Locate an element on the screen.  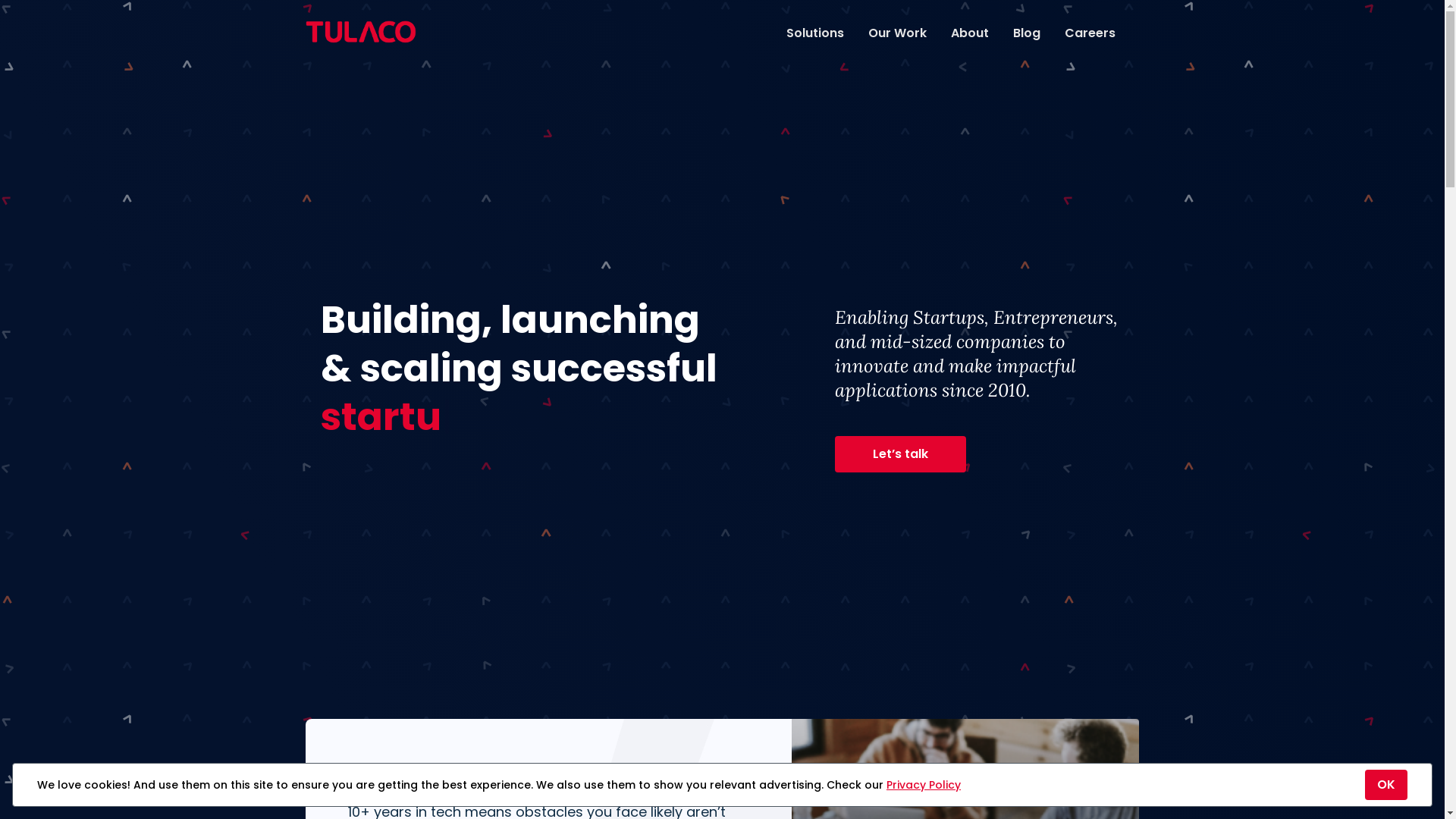
'About' is located at coordinates (968, 32).